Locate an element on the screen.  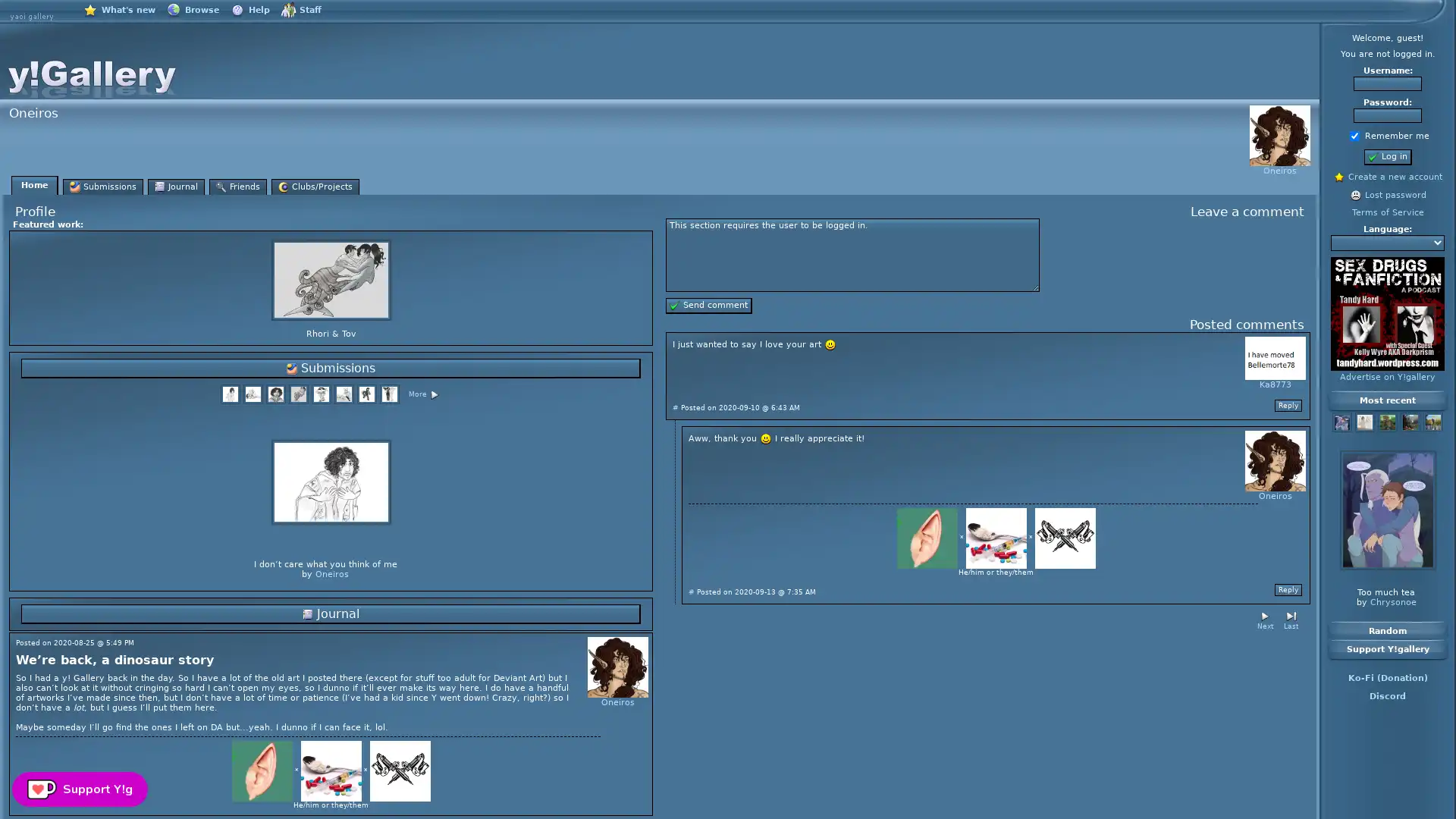
Log in is located at coordinates (1387, 157).